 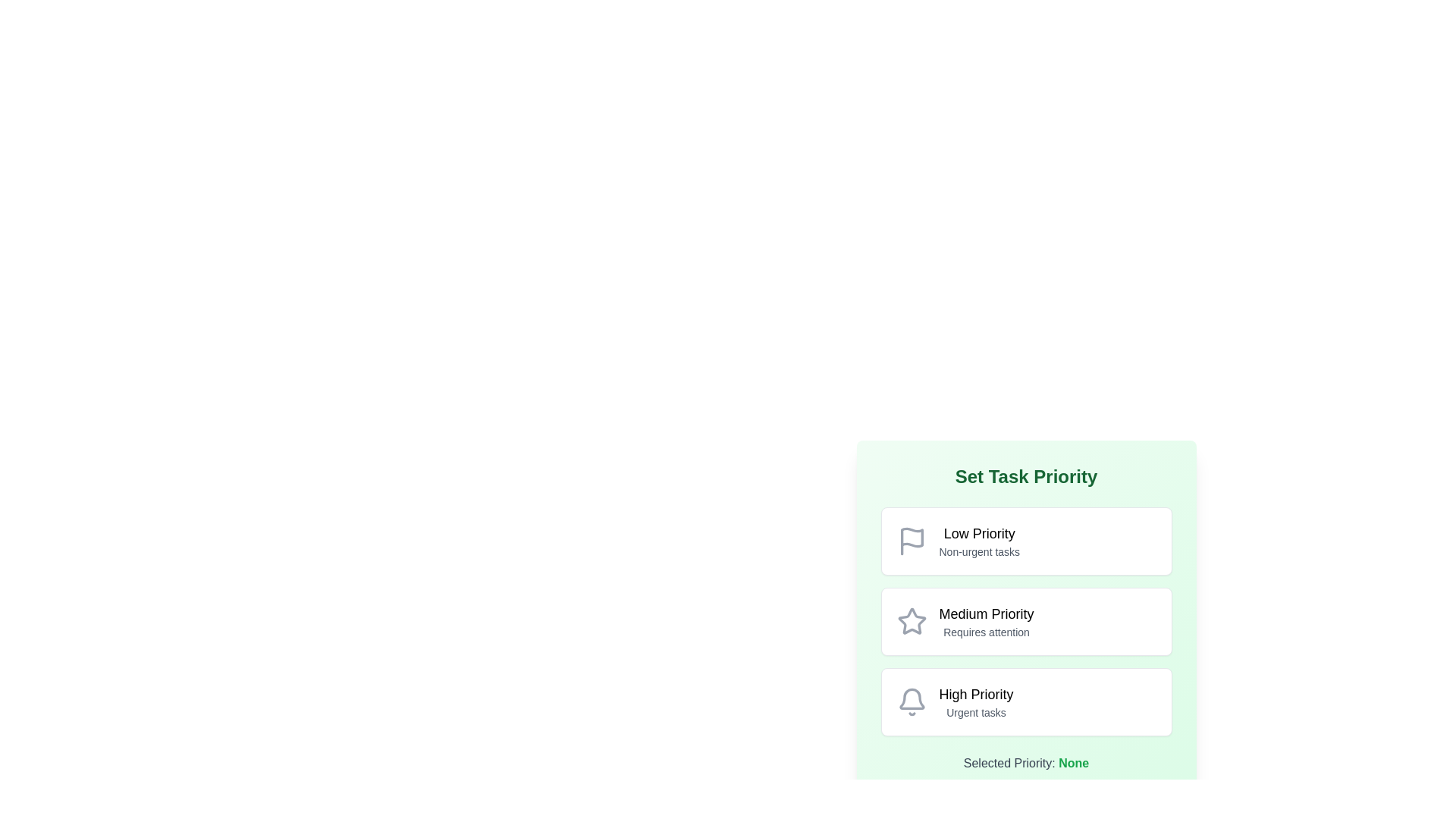 I want to click on the bell-shaped icon with a light gray color located at the top-left corner of the 'High Priority' task card, so click(x=911, y=701).